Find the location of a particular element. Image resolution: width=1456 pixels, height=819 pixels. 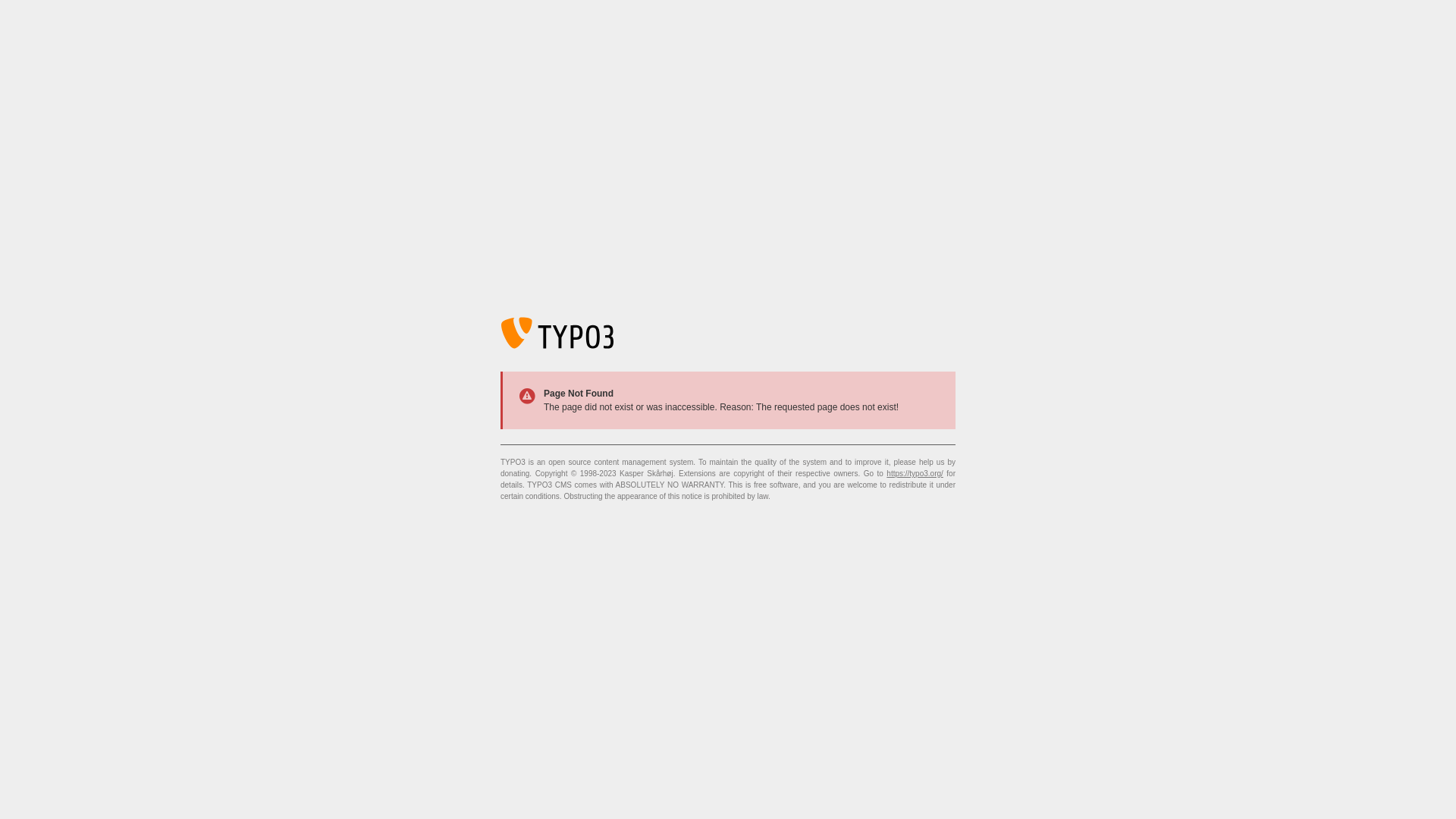

'https://typo3.org/' is located at coordinates (914, 472).